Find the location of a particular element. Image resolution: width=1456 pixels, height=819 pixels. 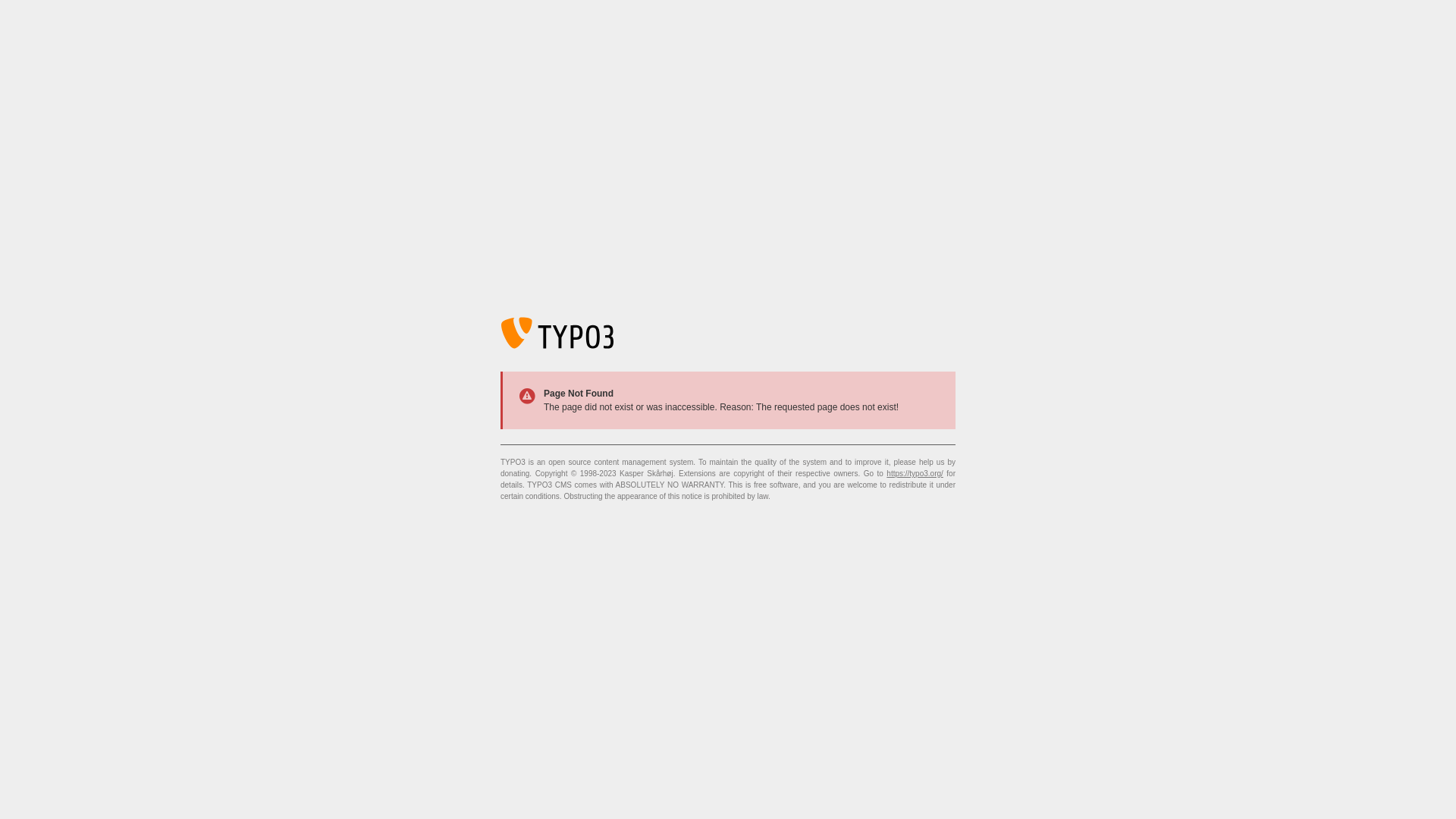

'https://typo3.org/' is located at coordinates (914, 472).